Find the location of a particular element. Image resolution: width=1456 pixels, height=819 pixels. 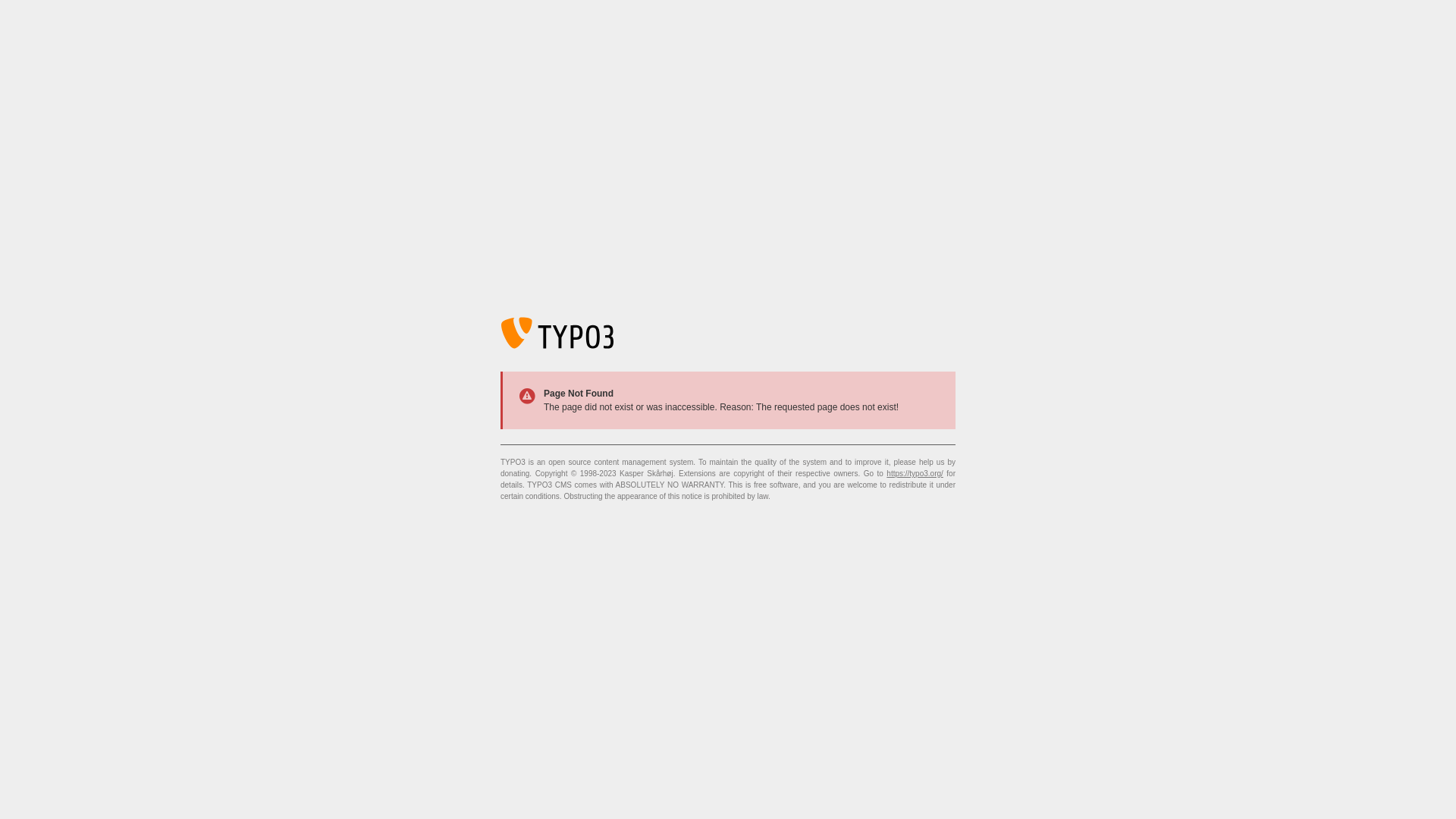

'https://typo3.org/' is located at coordinates (914, 472).